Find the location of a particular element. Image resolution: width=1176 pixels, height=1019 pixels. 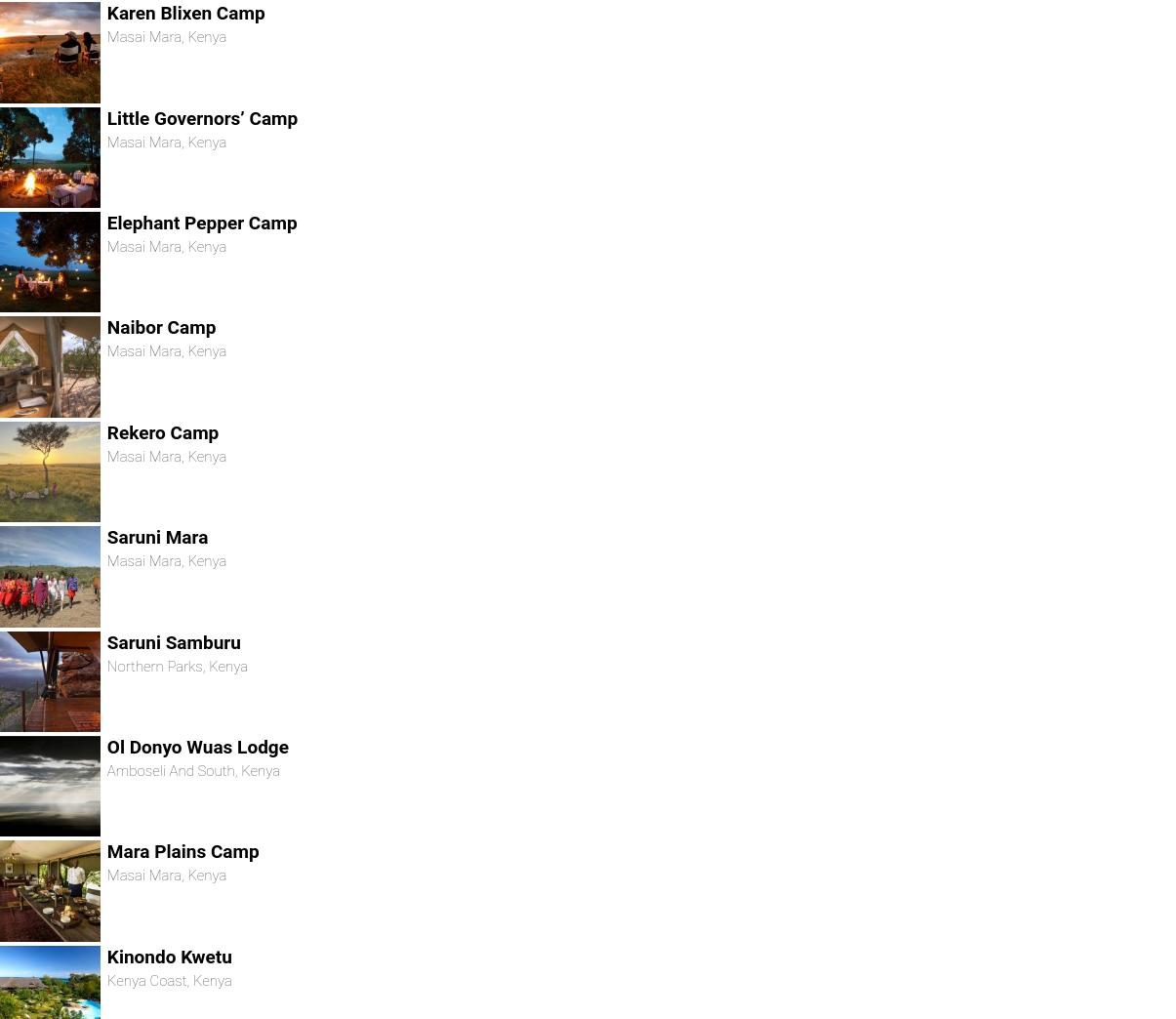

'Ol Donyo Wuas Lodge' is located at coordinates (105, 746).